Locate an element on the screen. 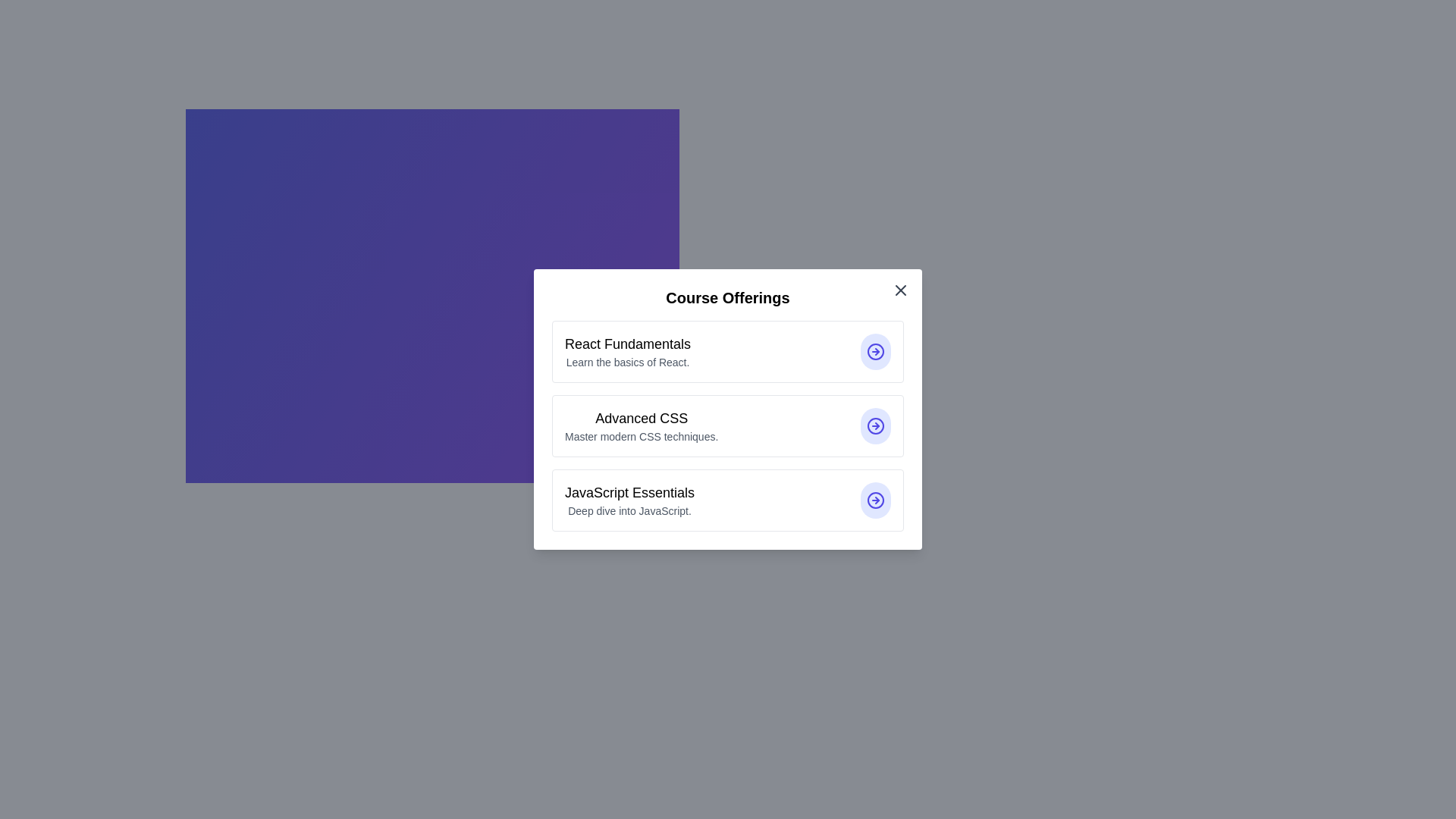 Image resolution: width=1456 pixels, height=819 pixels. the second list item in the 'Course Offerings' modal, which describes the 'Advanced CSS' course is located at coordinates (728, 426).